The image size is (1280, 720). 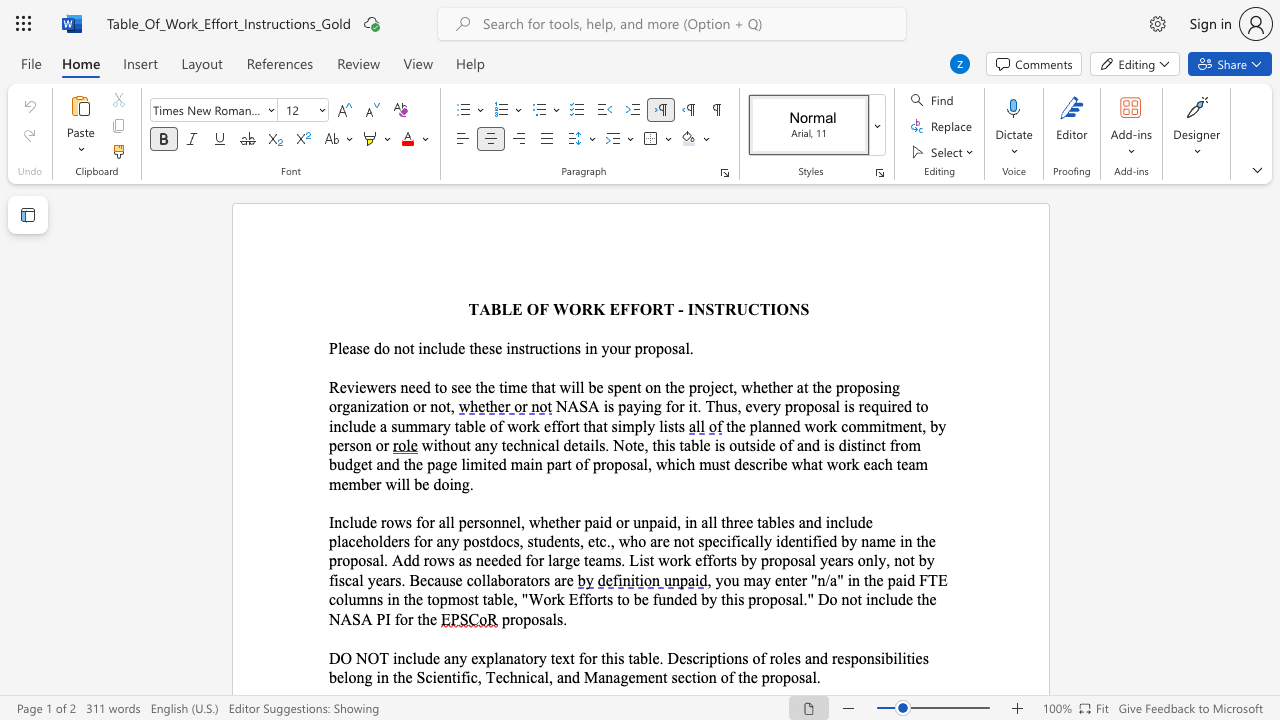 What do you see at coordinates (367, 405) in the screenshot?
I see `the 5th character "i" in the text` at bounding box center [367, 405].